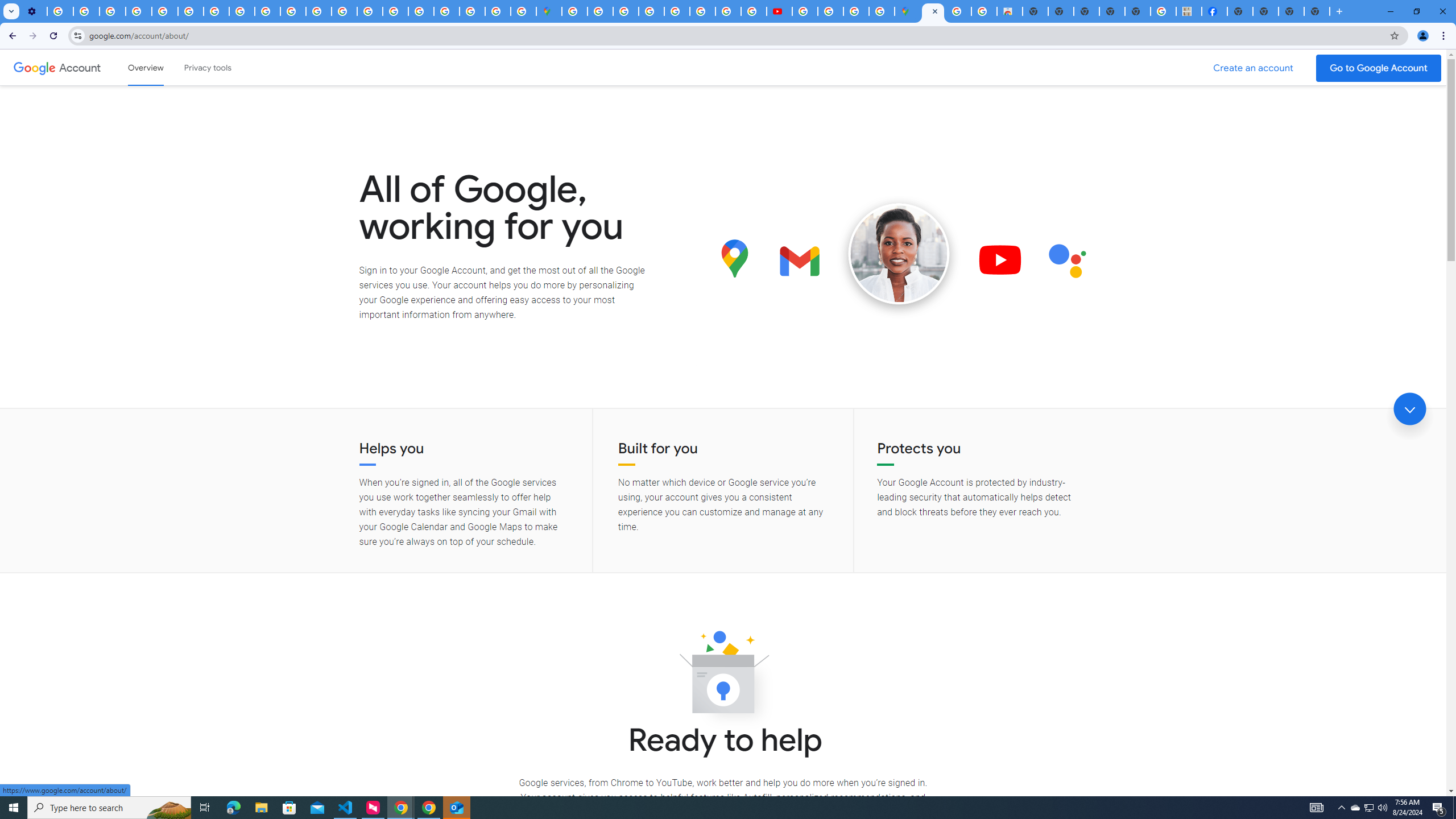  What do you see at coordinates (11, 35) in the screenshot?
I see `'Back'` at bounding box center [11, 35].